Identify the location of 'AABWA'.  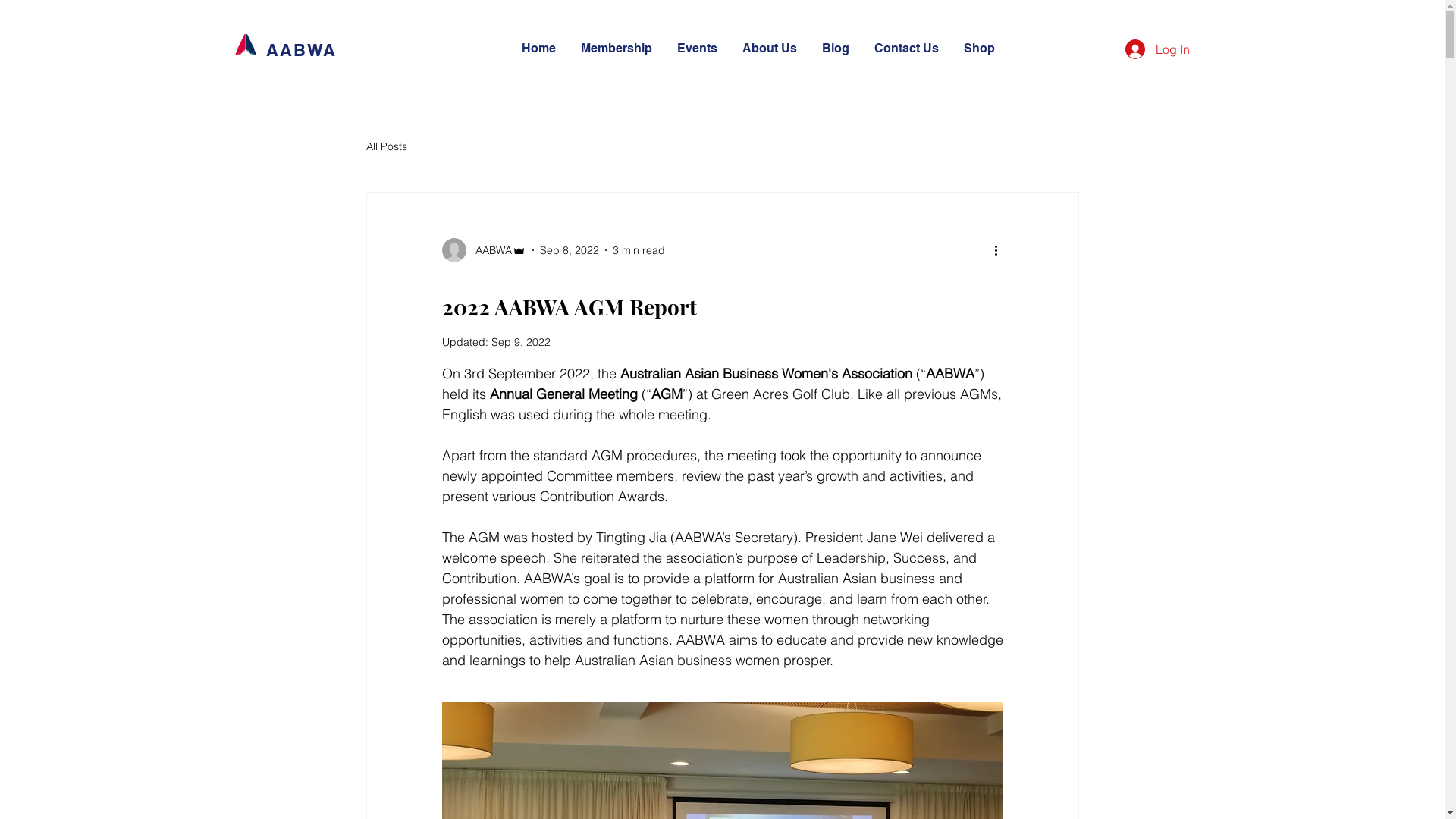
(440, 249).